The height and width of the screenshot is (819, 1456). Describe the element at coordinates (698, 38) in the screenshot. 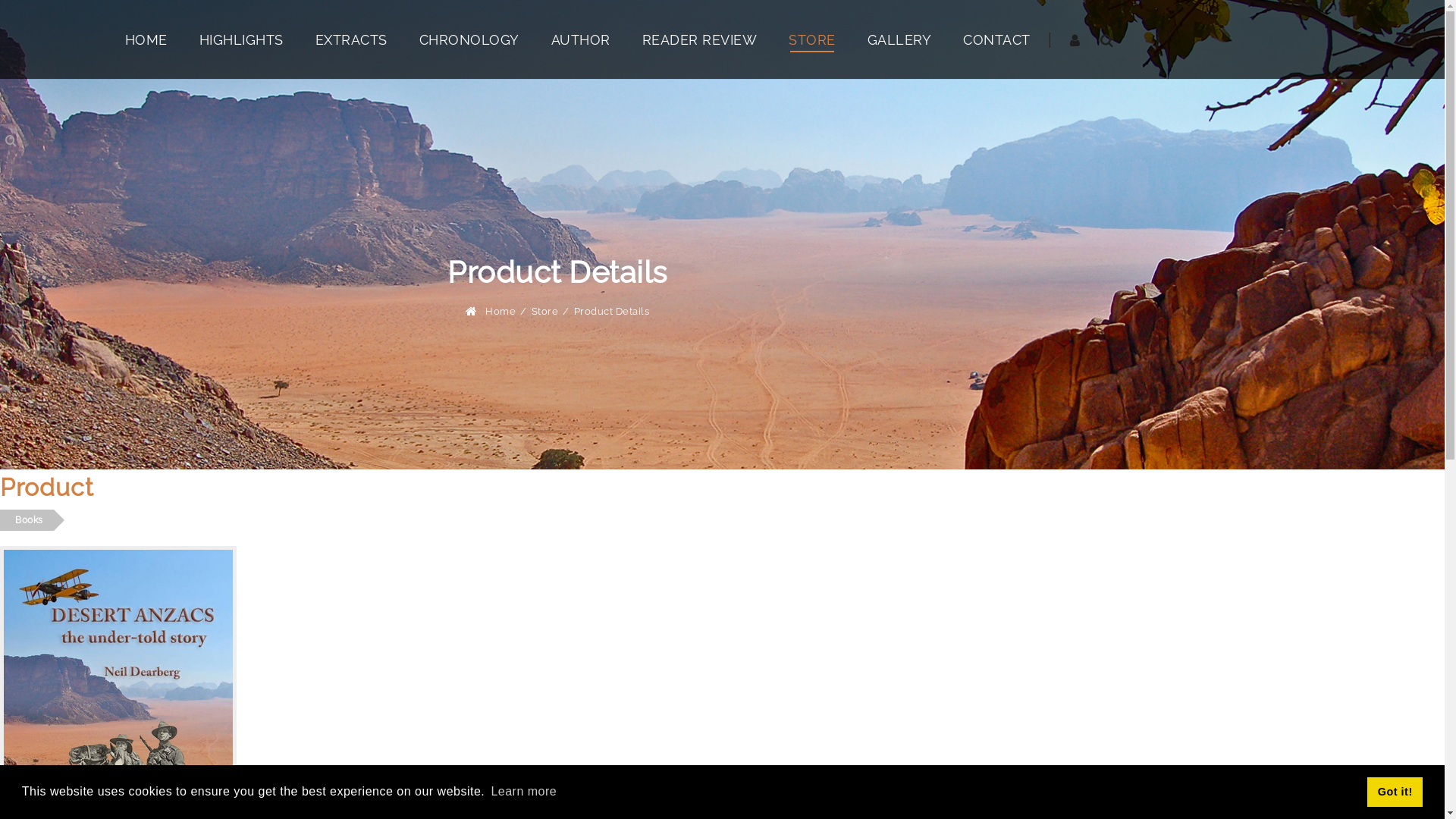

I see `'READER REVIEW'` at that location.